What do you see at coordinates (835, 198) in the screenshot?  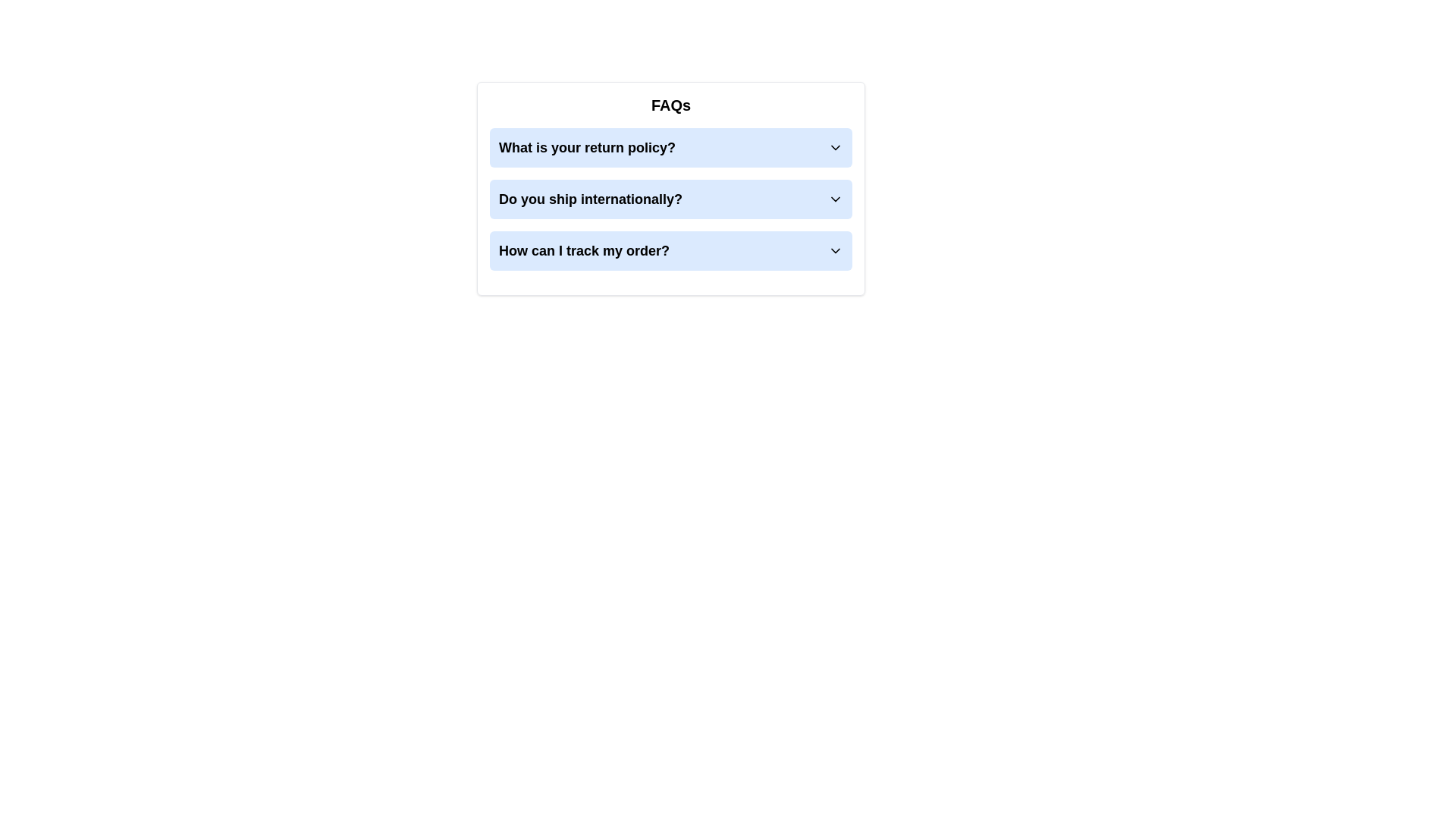 I see `the downward-facing chevron icon positioned to the right of the blue rectangular text box containing the question 'Do you ship internationally?'` at bounding box center [835, 198].